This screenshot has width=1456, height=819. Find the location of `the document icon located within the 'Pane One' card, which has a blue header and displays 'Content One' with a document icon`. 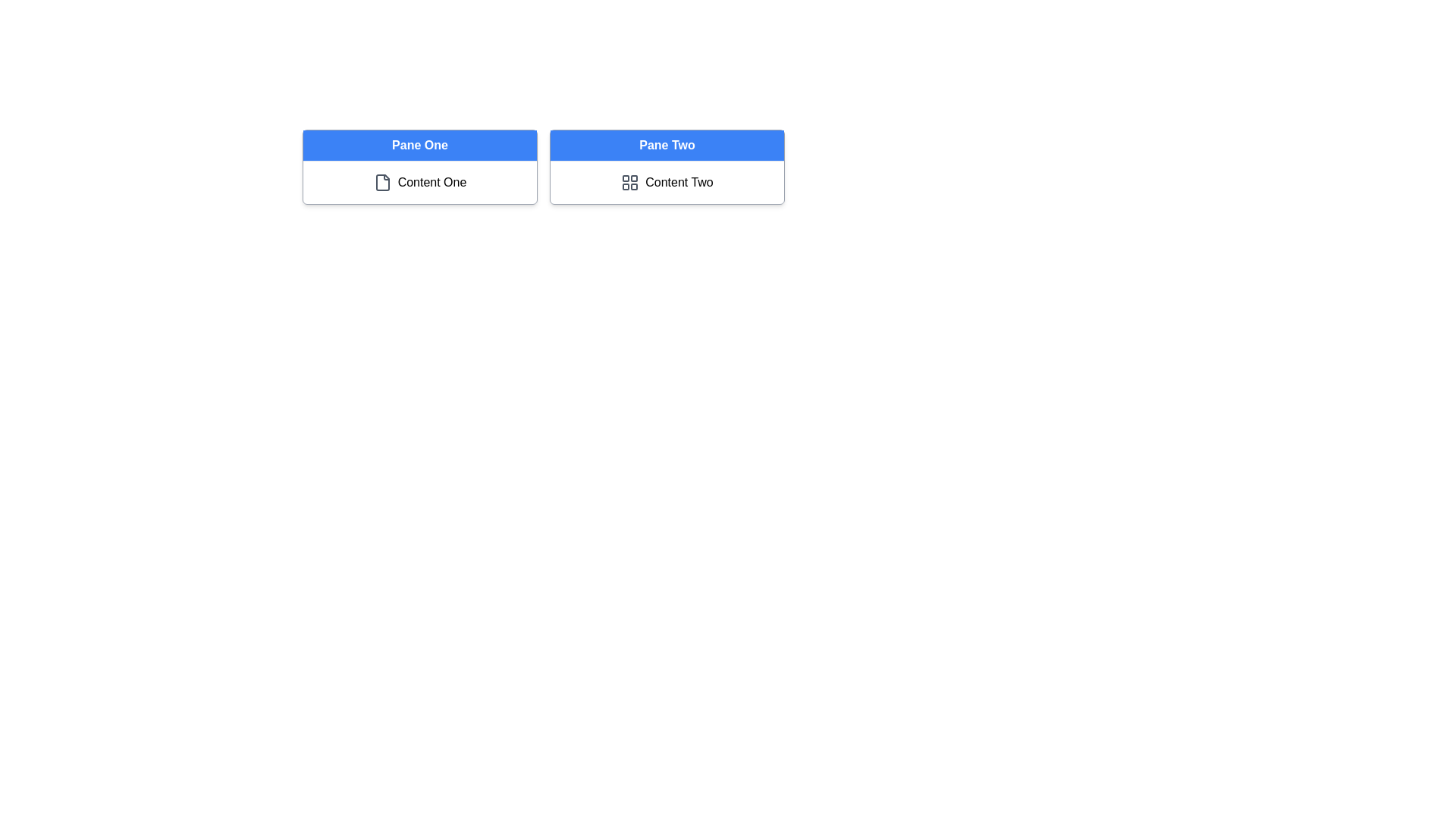

the document icon located within the 'Pane One' card, which has a blue header and displays 'Content One' with a document icon is located at coordinates (419, 167).